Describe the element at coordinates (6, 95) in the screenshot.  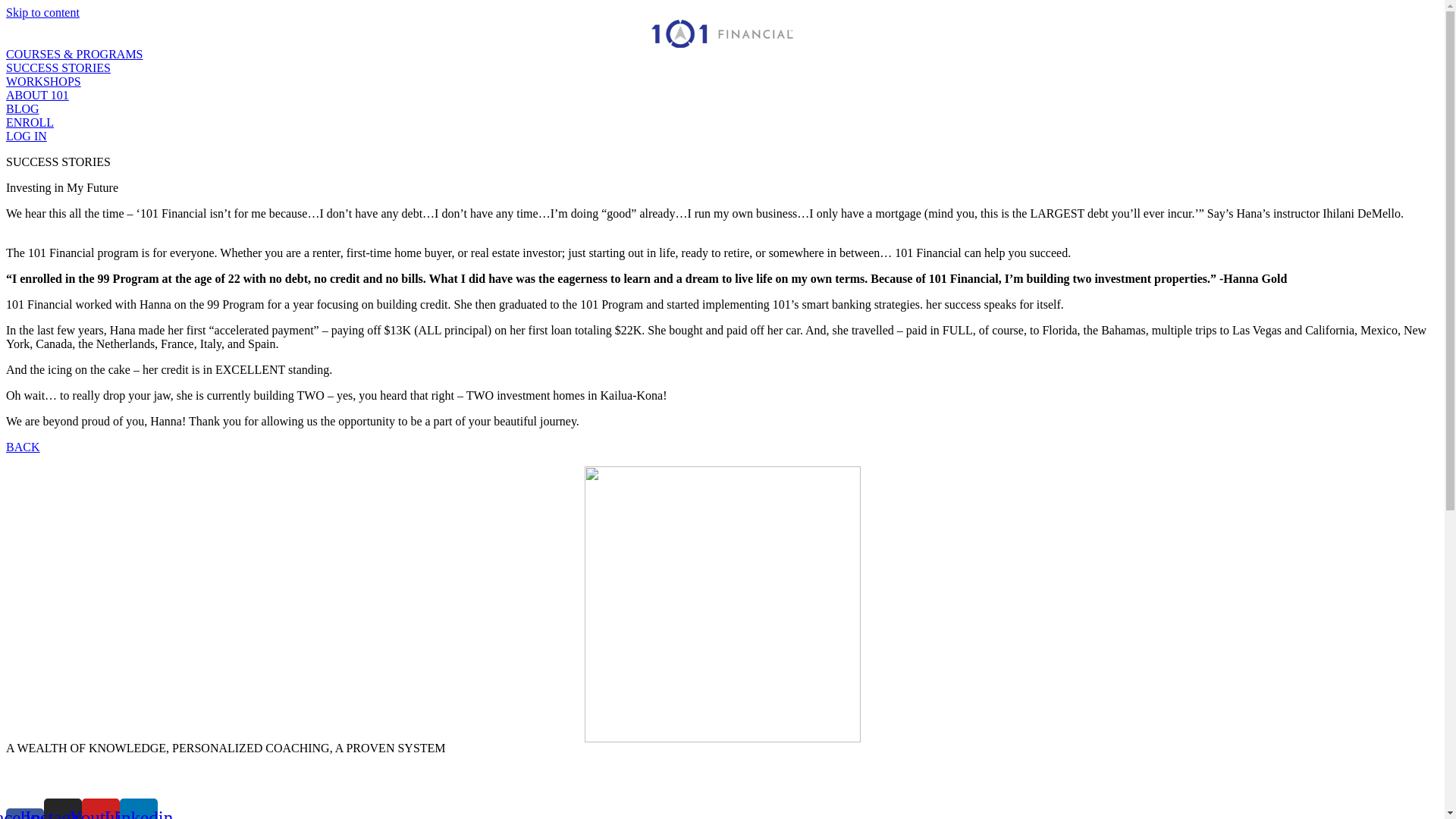
I see `'ABOUT 101'` at that location.